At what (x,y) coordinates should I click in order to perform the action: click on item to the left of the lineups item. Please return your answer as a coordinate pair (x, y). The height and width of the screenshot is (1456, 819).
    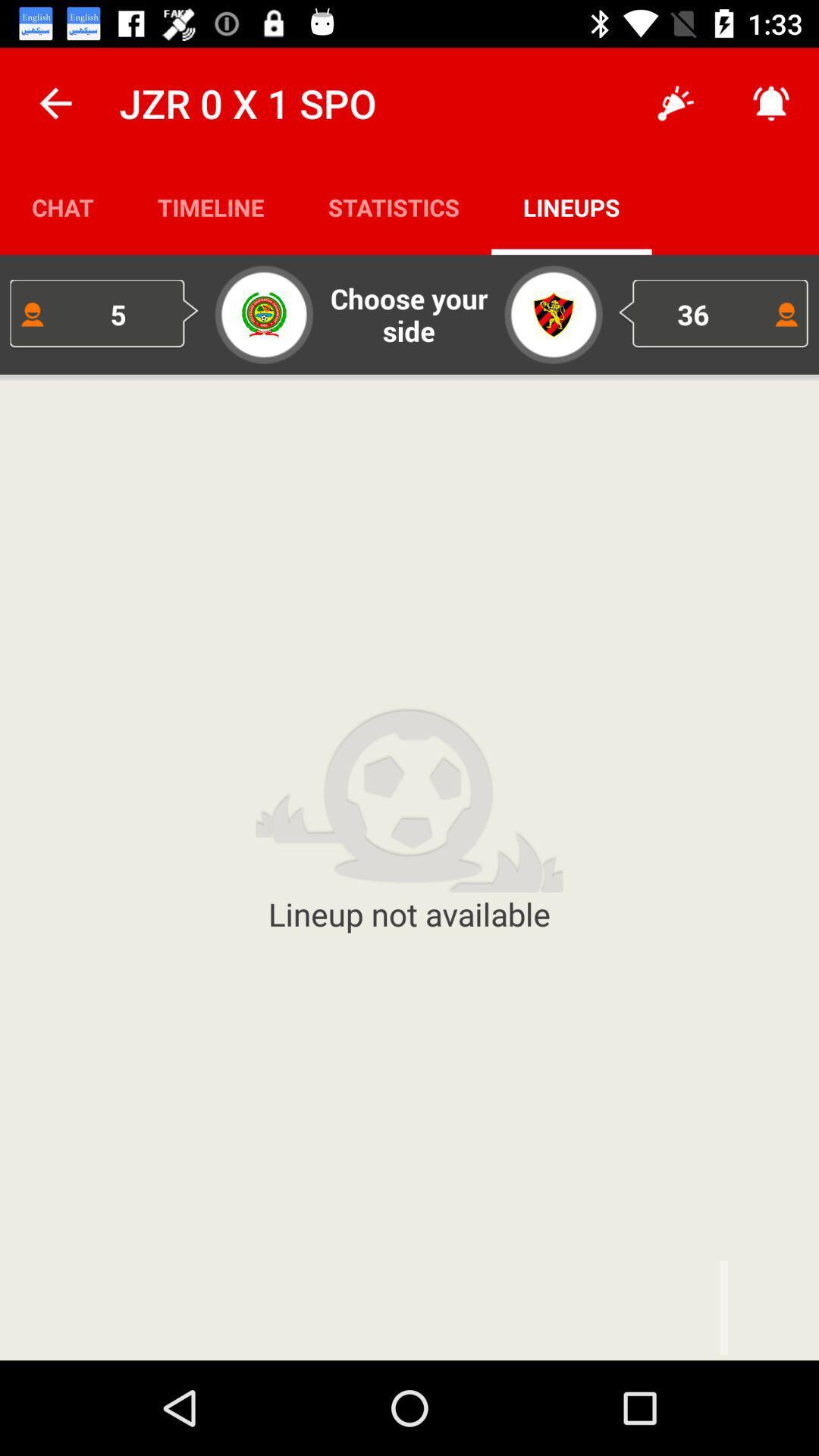
    Looking at the image, I should click on (393, 206).